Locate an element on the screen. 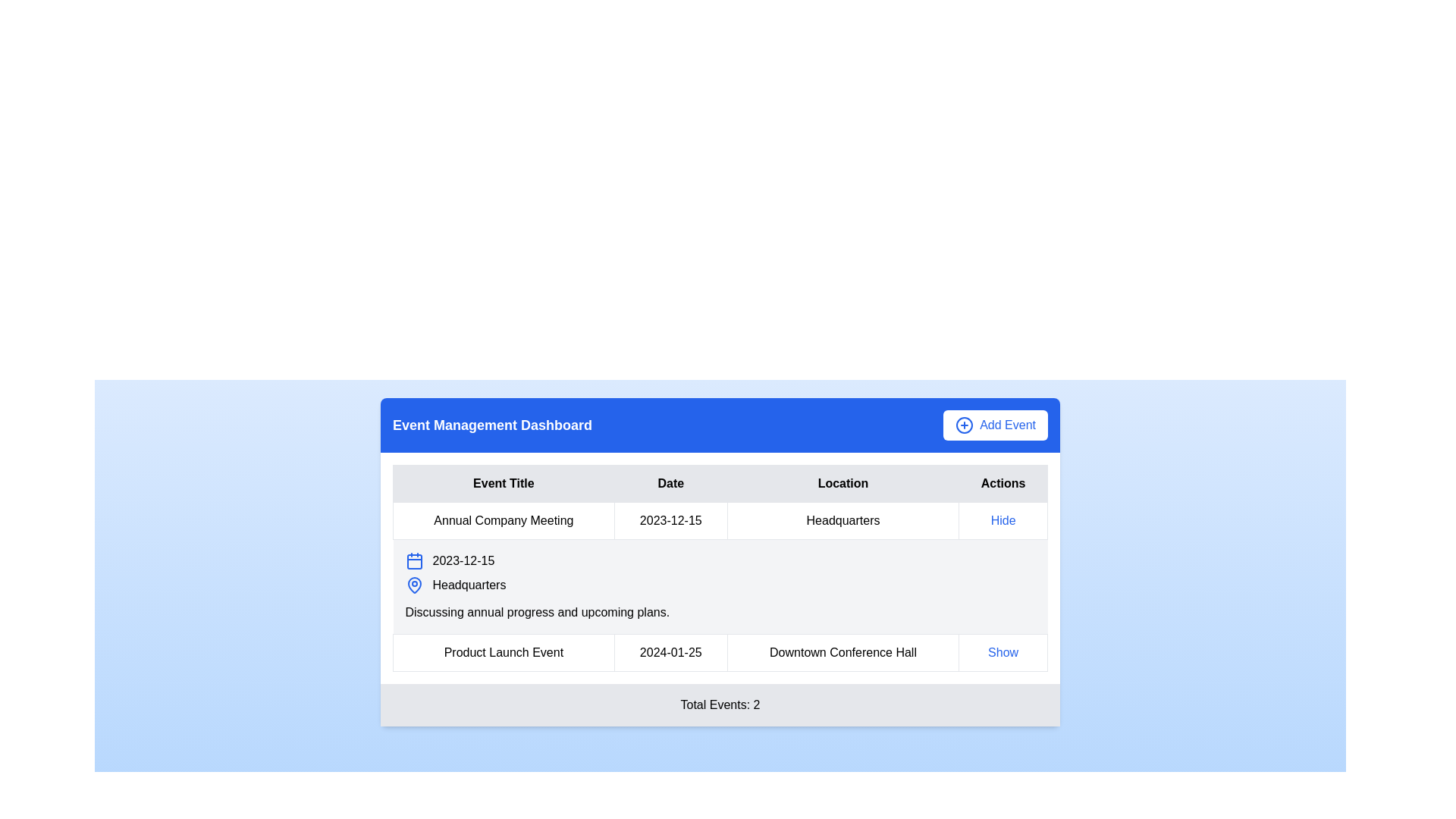  the blue map pin icon located in the 'Location' section of the third row in the event list table, which conveys a location marker aesthetic is located at coordinates (414, 584).